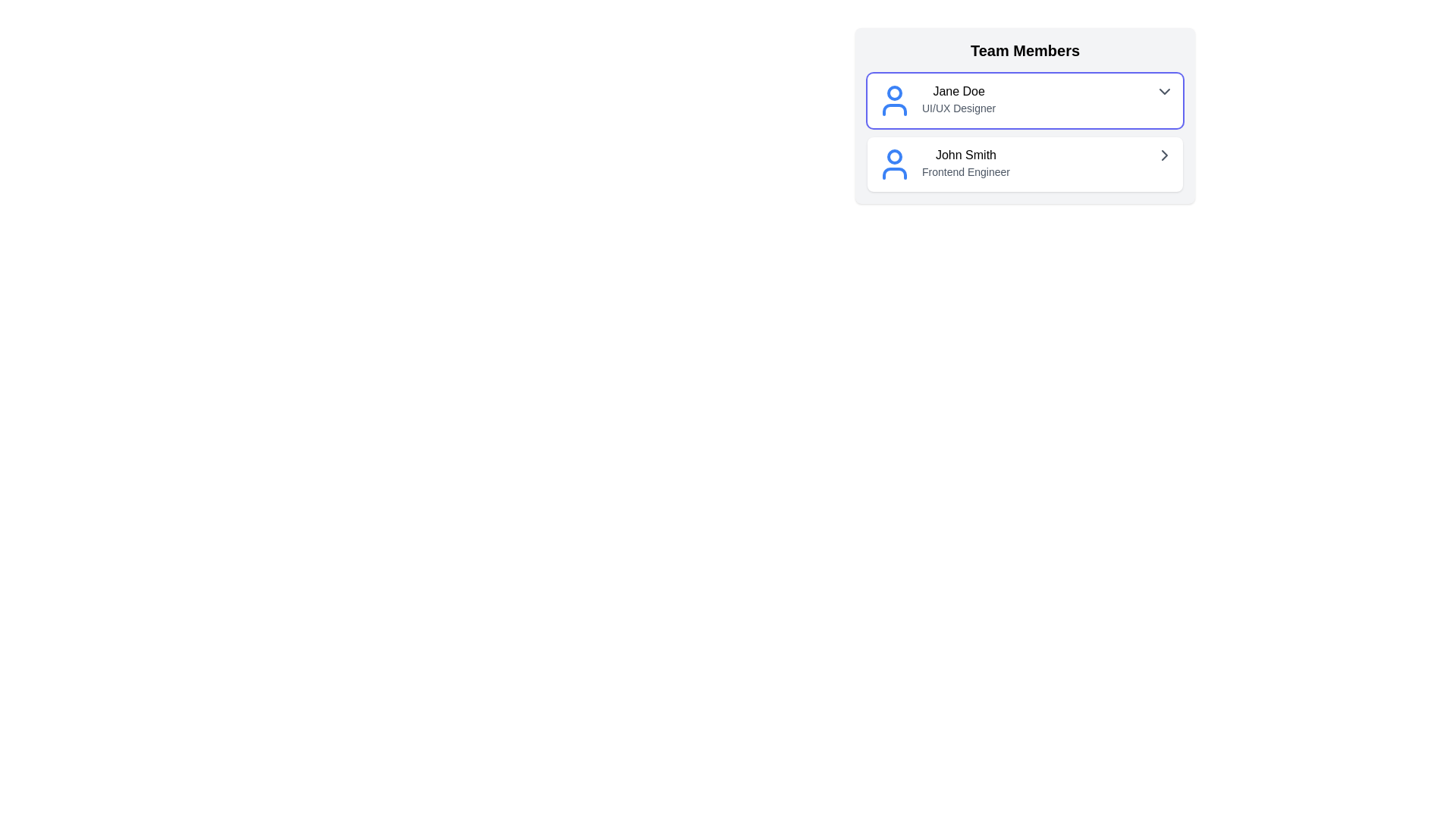  What do you see at coordinates (958, 99) in the screenshot?
I see `the text block displaying 'Jane Doe' in bold font within the 'Team Members' section` at bounding box center [958, 99].